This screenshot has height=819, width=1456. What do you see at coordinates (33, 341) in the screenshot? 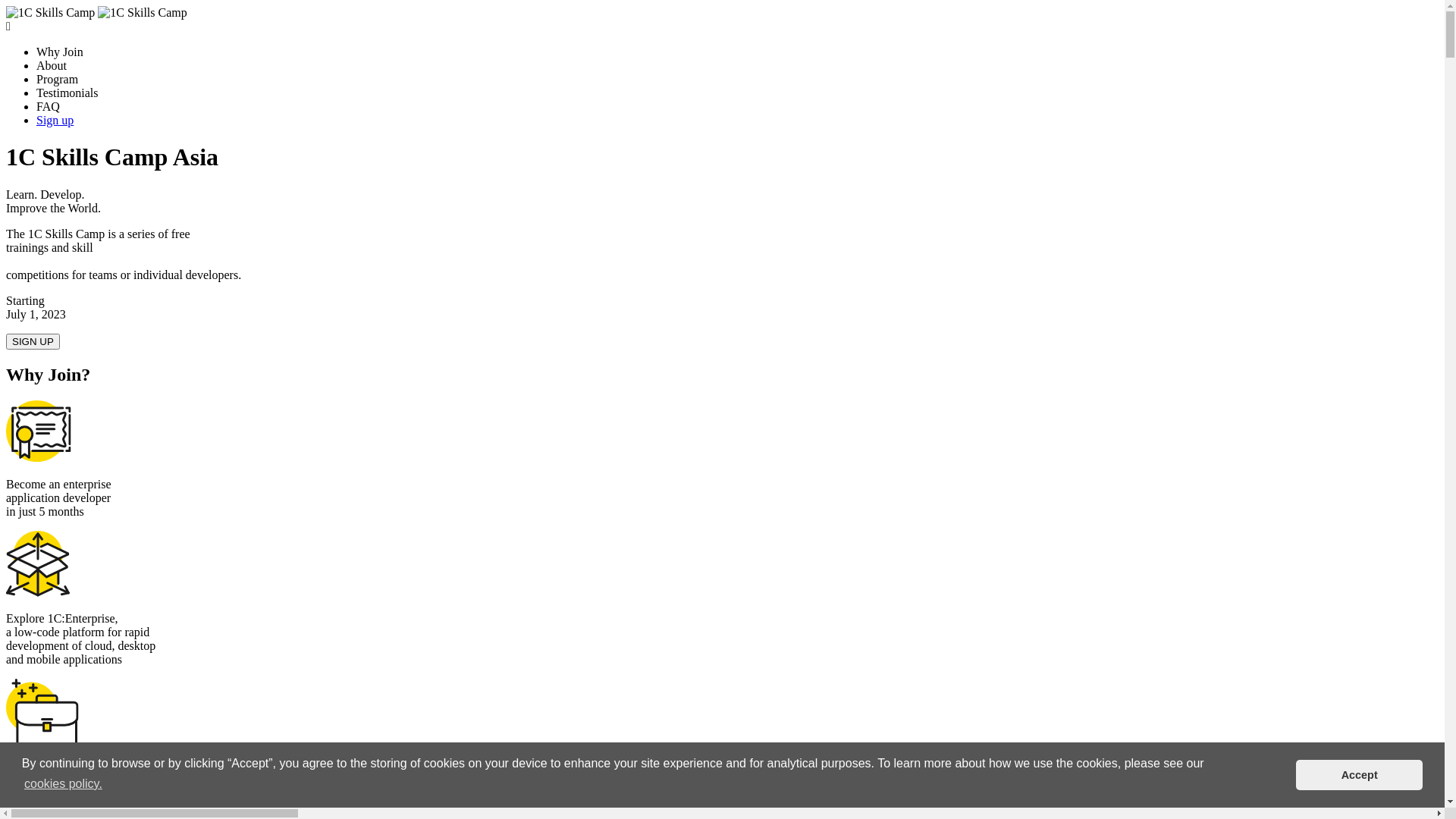
I see `'SIGN UP'` at bounding box center [33, 341].